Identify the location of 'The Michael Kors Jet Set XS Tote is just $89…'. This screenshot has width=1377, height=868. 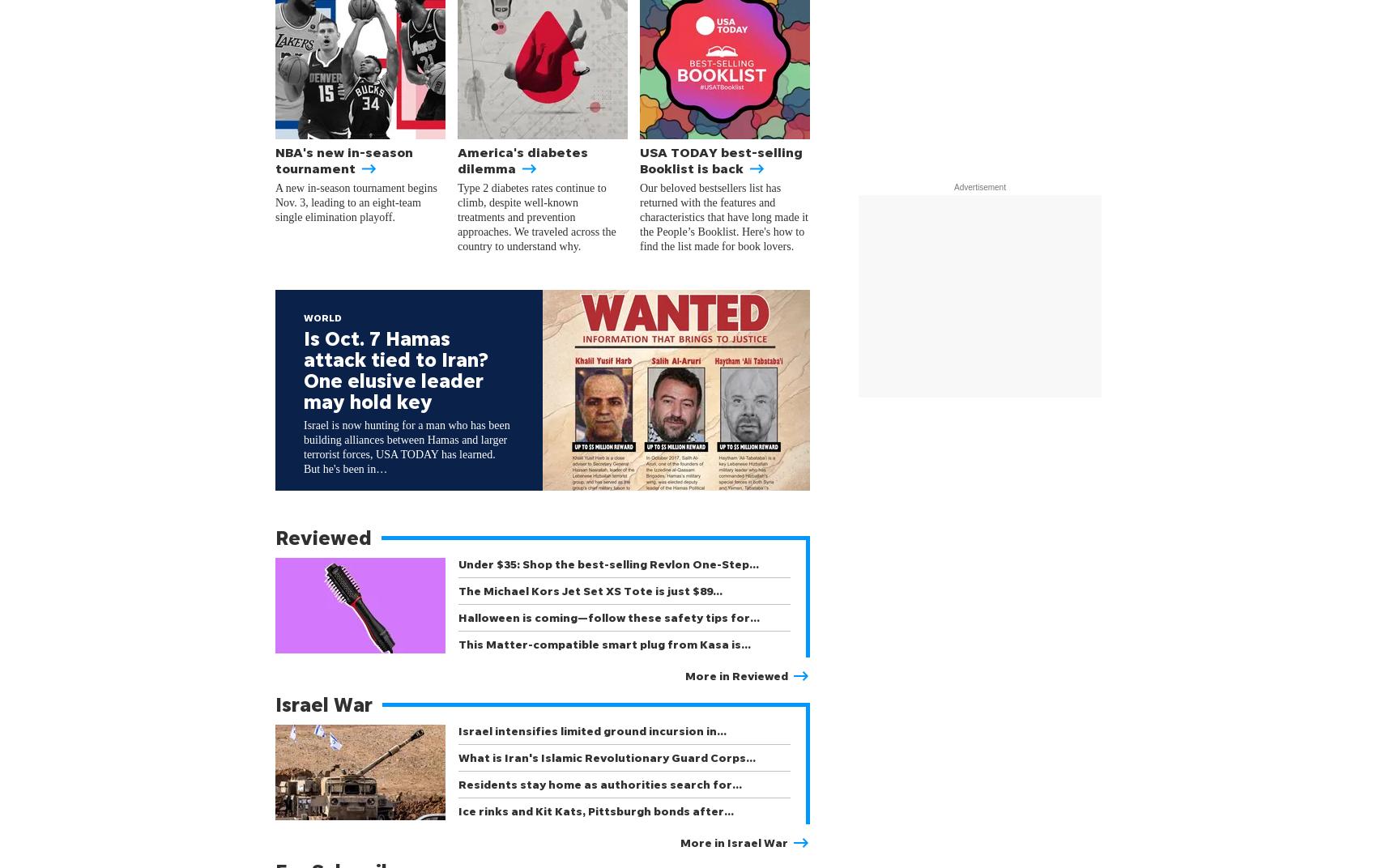
(590, 589).